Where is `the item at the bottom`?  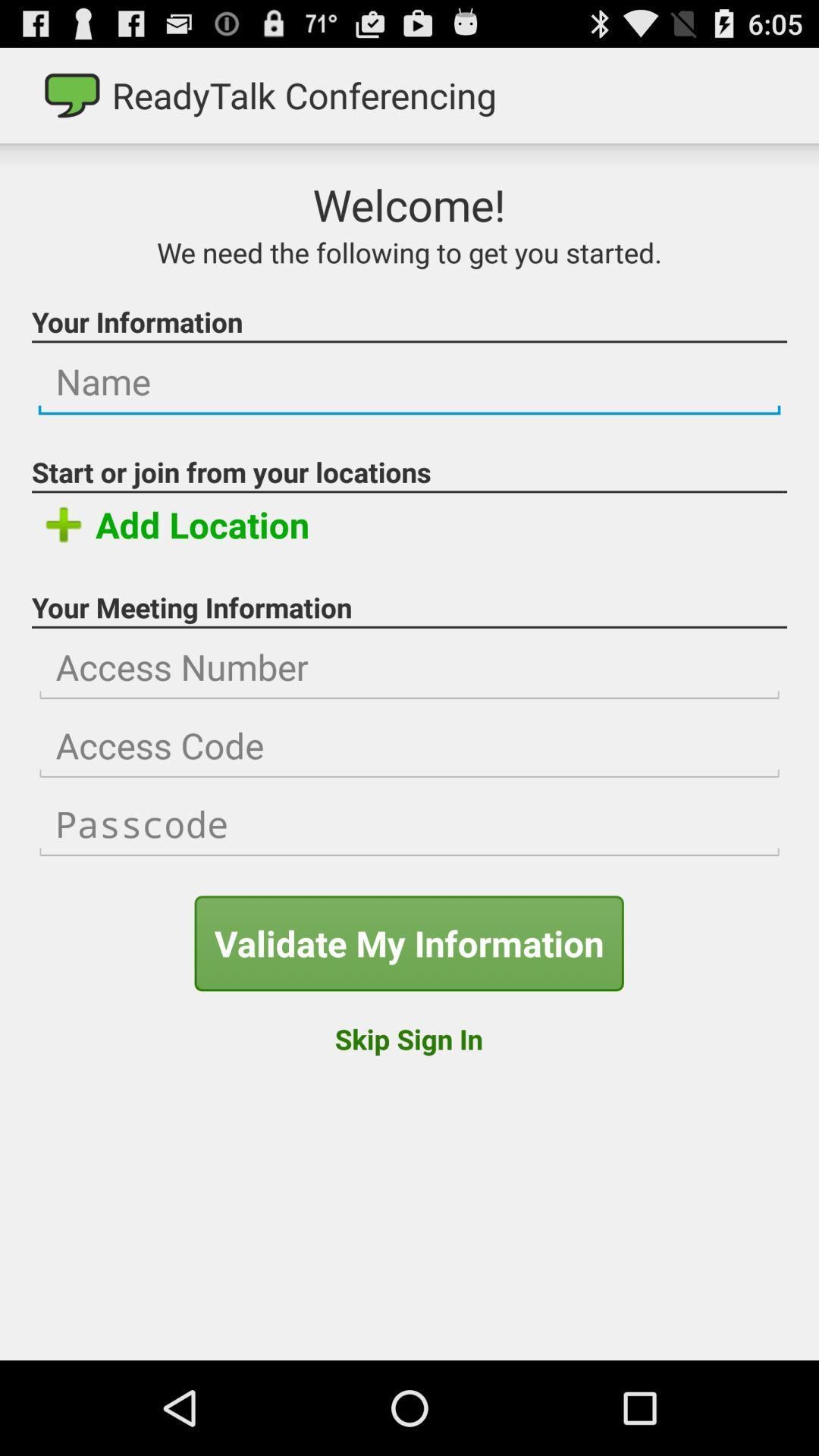
the item at the bottom is located at coordinates (408, 1038).